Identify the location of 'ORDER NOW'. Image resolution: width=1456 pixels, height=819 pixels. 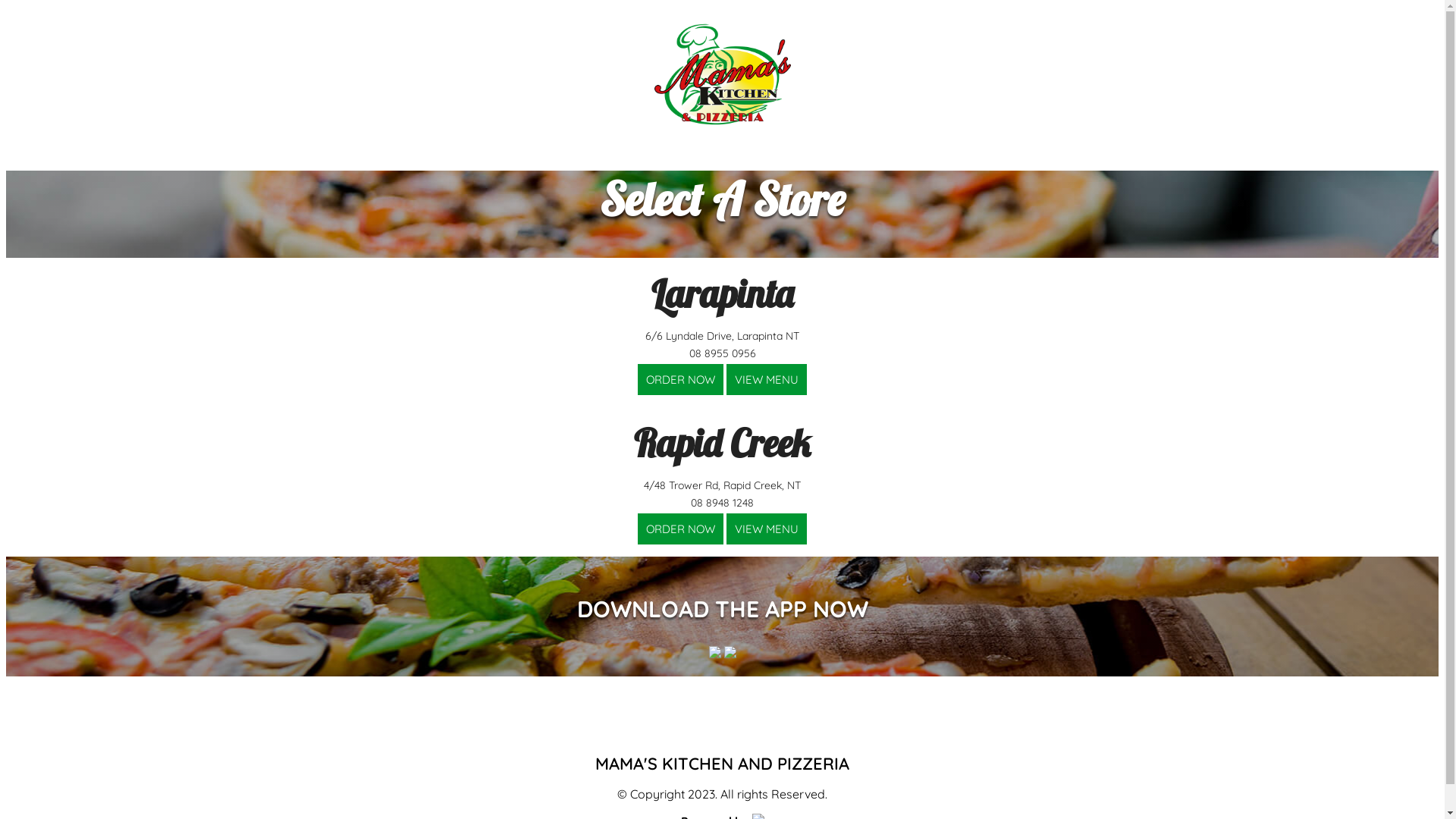
(679, 528).